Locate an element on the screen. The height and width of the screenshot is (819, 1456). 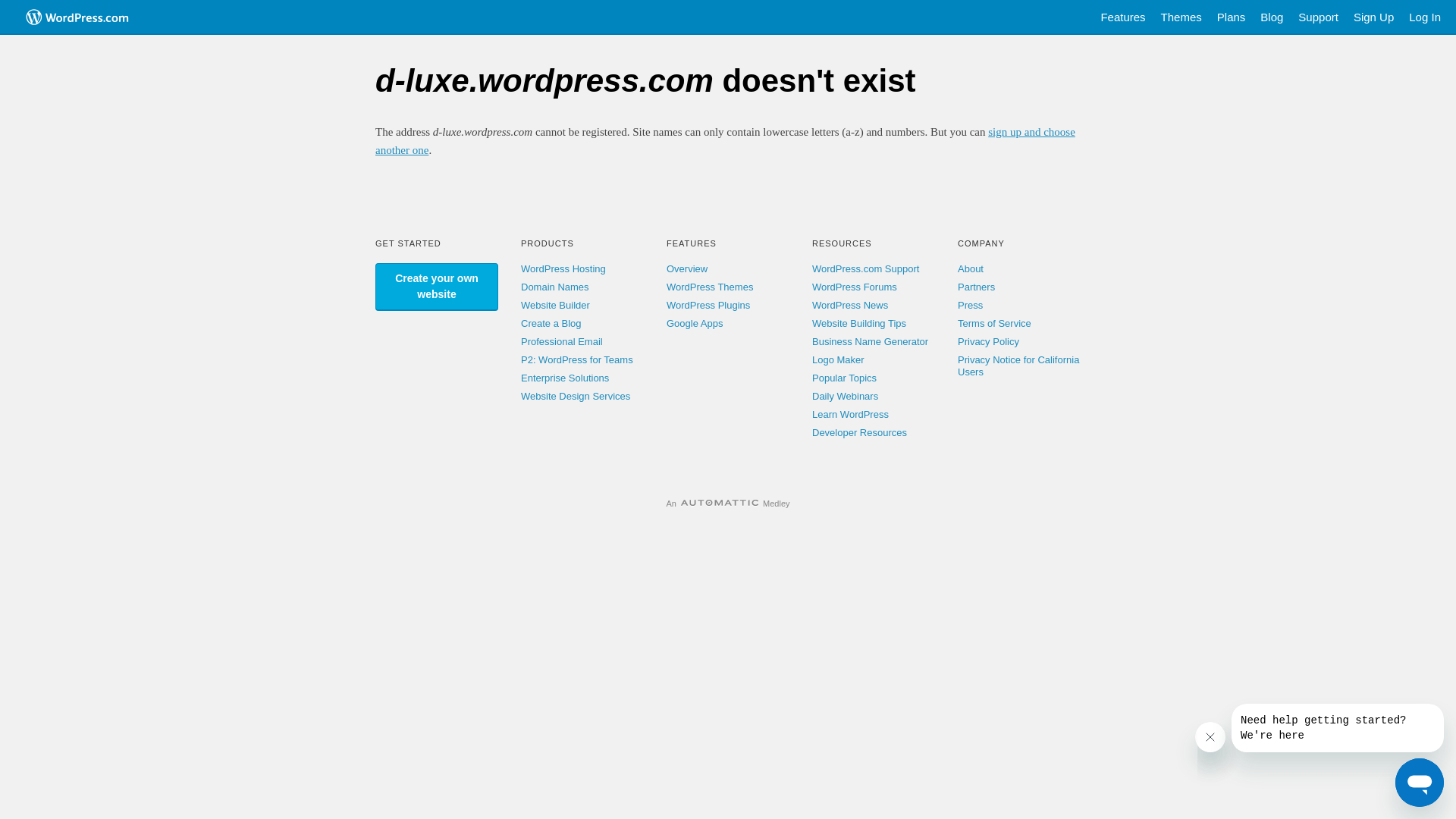
'Business Name Generator' is located at coordinates (870, 341).